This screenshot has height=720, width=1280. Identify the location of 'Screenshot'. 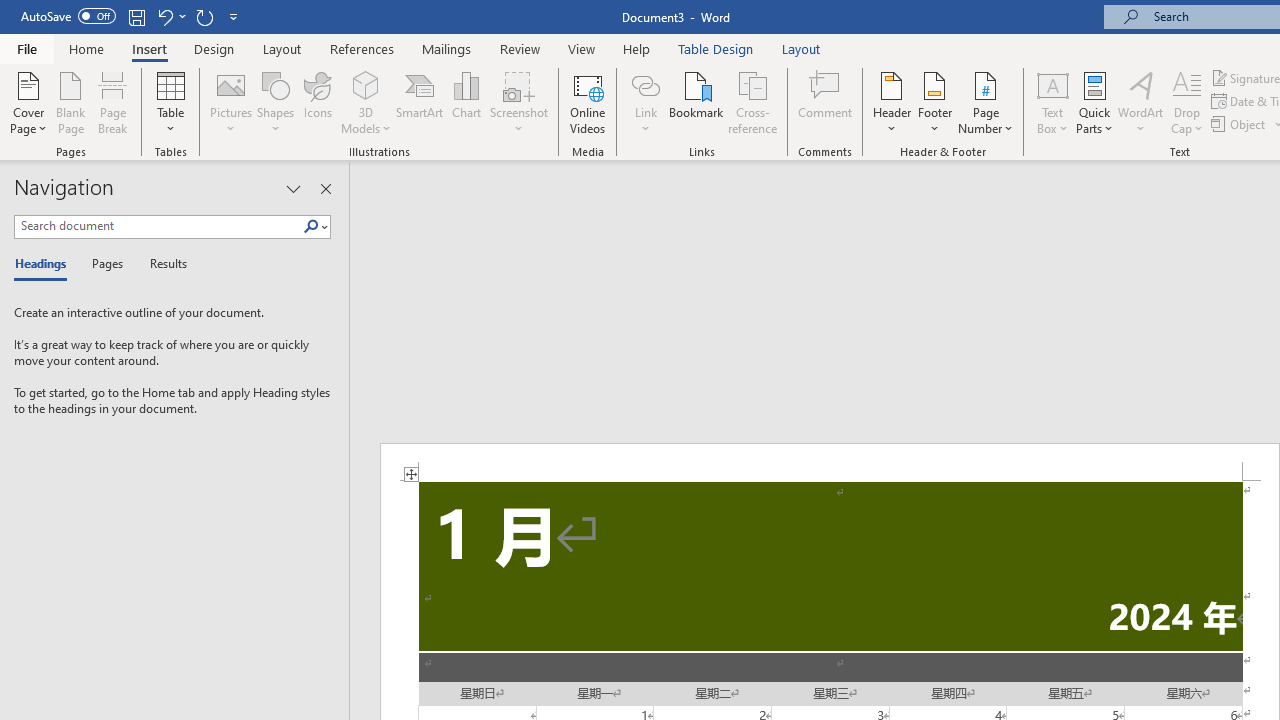
(519, 103).